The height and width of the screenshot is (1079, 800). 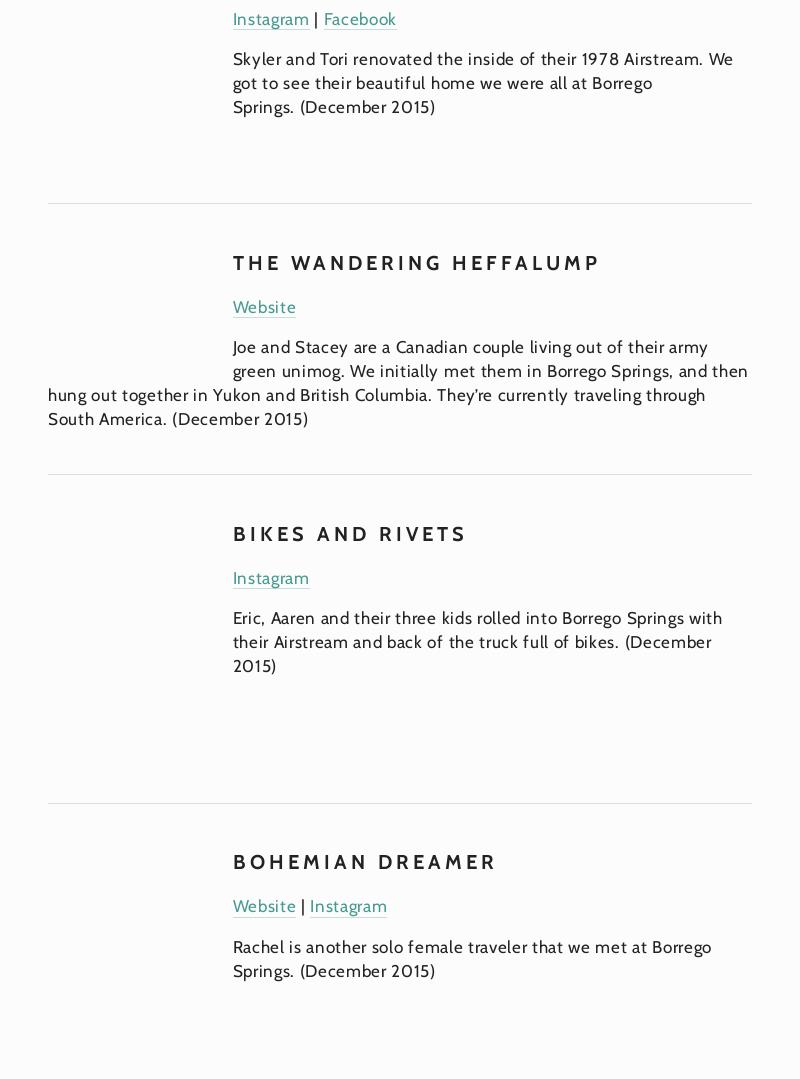 I want to click on 'Bohemian Dreamer', so click(x=231, y=862).